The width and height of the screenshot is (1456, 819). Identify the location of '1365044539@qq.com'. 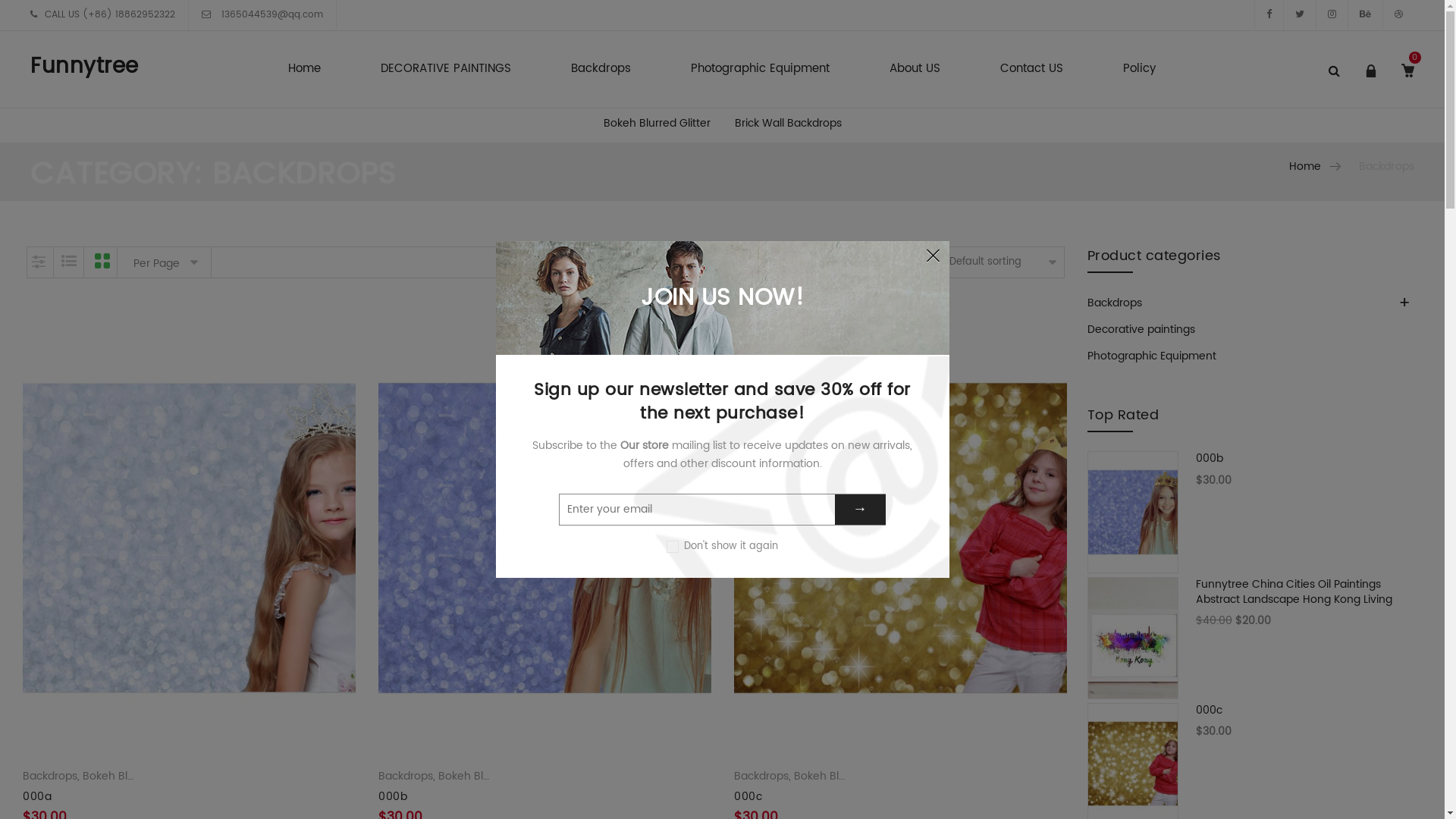
(270, 14).